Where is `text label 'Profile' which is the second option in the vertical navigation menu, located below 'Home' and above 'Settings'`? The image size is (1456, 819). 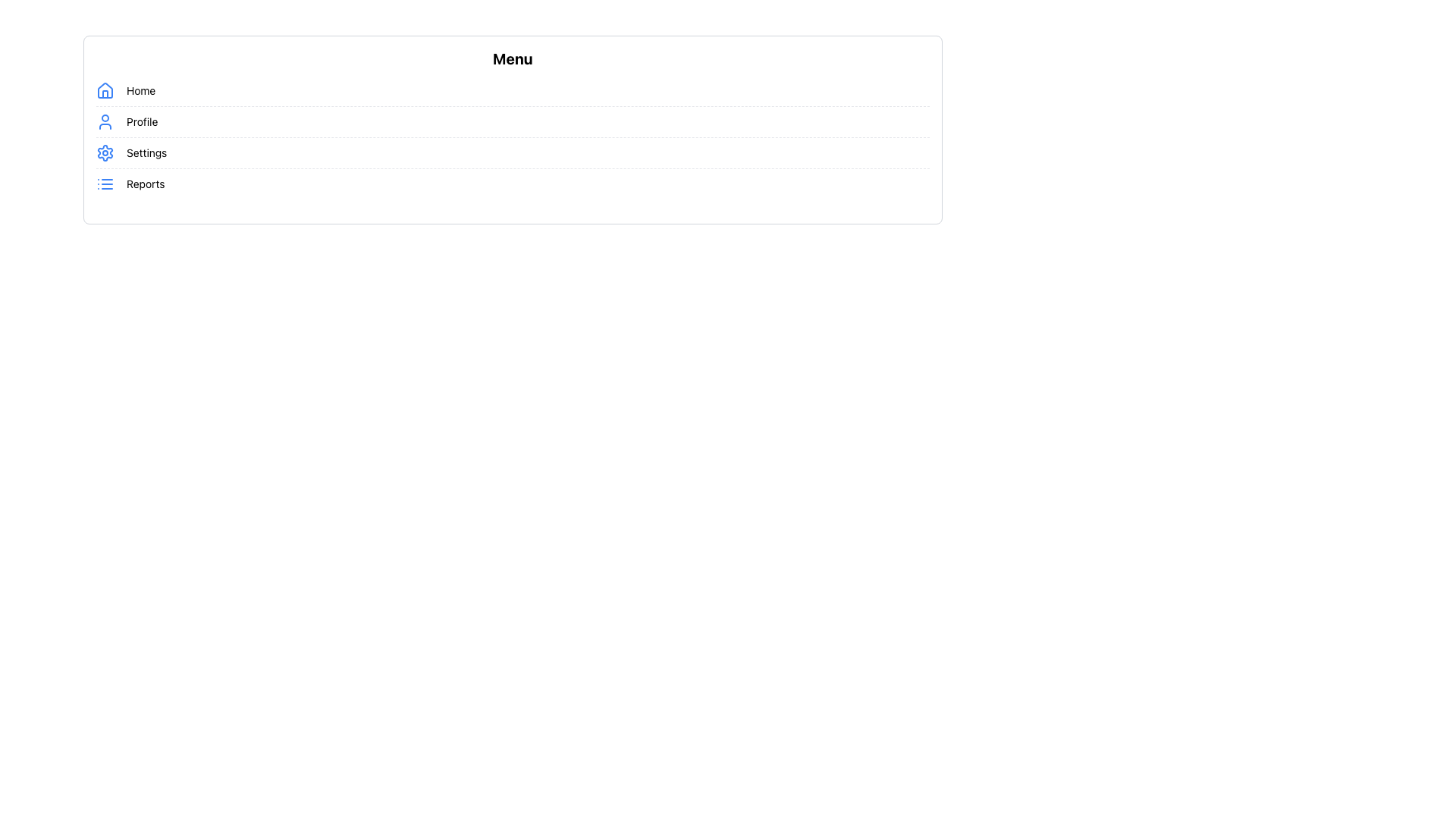 text label 'Profile' which is the second option in the vertical navigation menu, located below 'Home' and above 'Settings' is located at coordinates (142, 121).